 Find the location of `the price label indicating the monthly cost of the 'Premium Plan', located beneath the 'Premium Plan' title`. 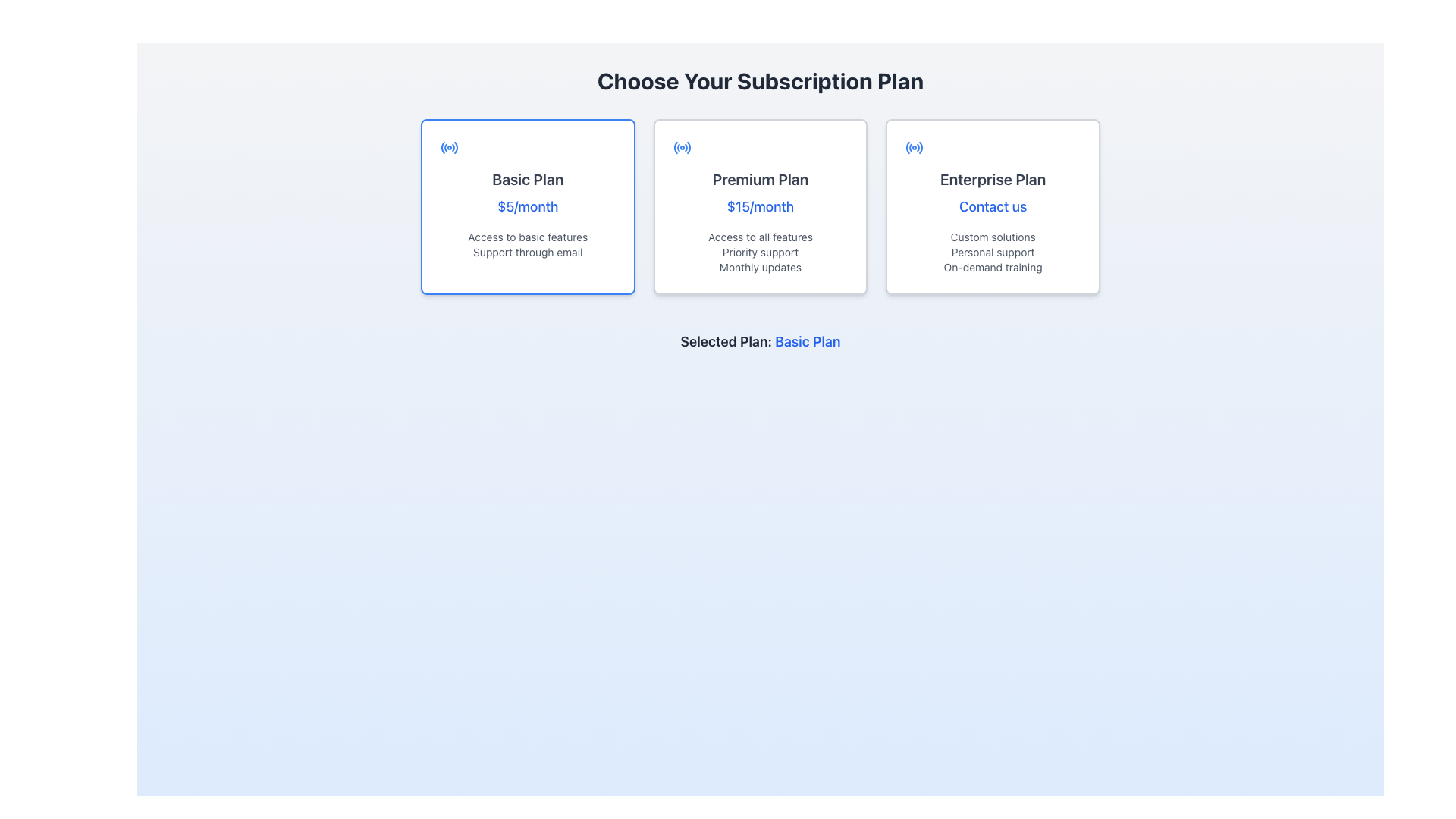

the price label indicating the monthly cost of the 'Premium Plan', located beneath the 'Premium Plan' title is located at coordinates (761, 207).